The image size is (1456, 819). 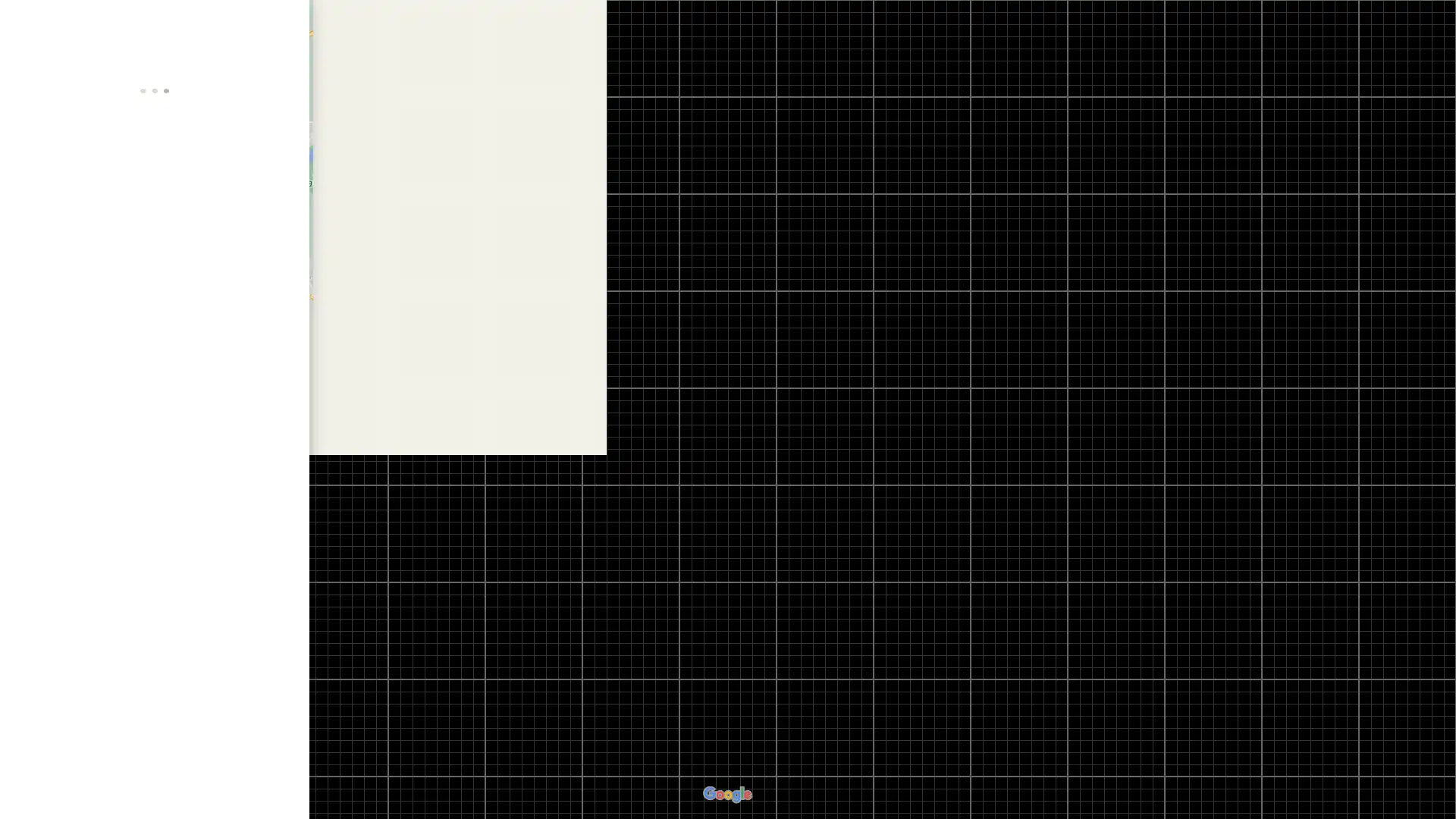 I want to click on Send TOVARNA.CZ, s.r.o. to your phone, so click(x=209, y=302).